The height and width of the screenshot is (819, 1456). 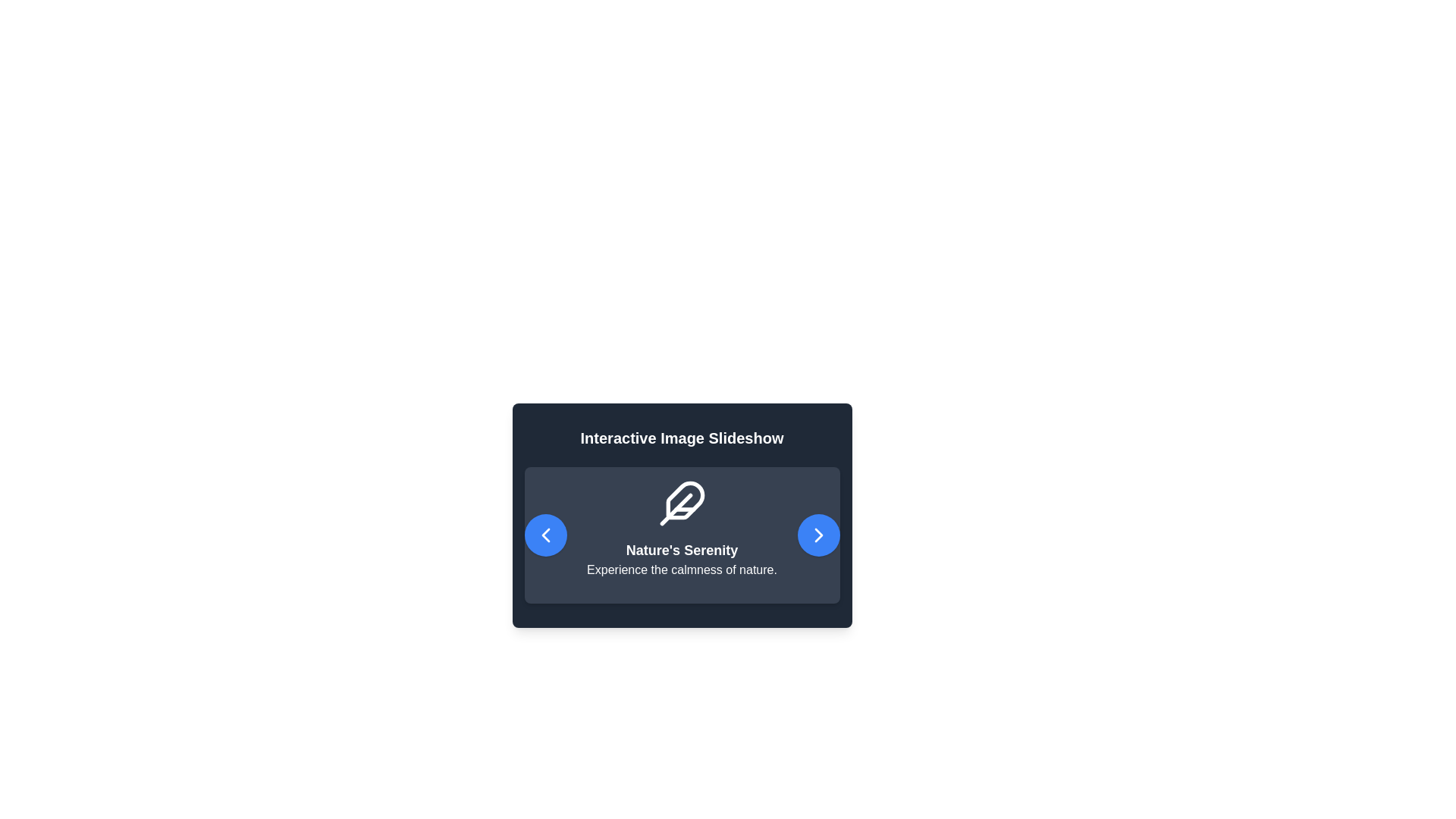 I want to click on the right-pointing arrow icon inside the button, so click(x=817, y=534).